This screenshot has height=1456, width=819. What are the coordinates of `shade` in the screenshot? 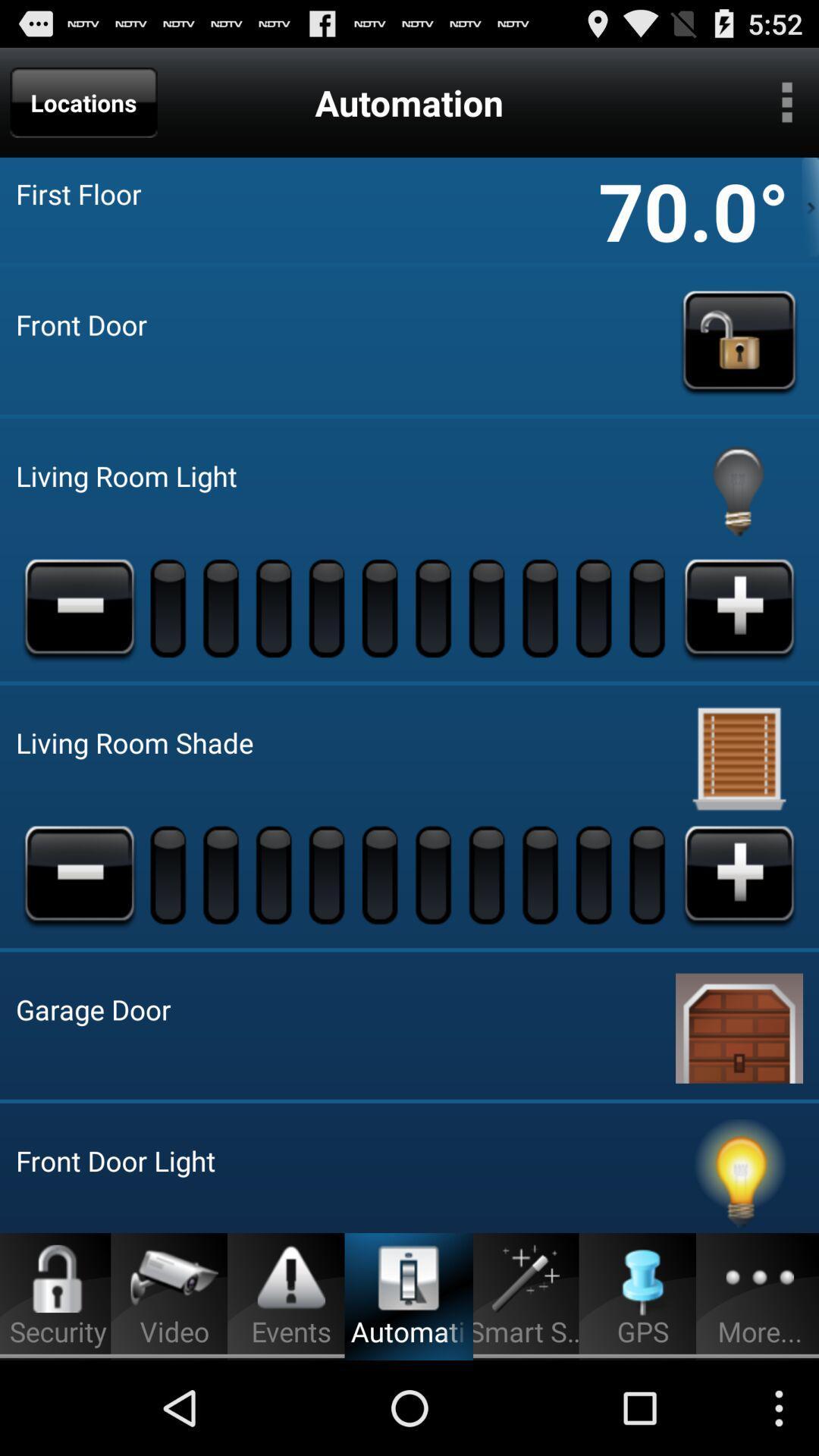 It's located at (739, 758).